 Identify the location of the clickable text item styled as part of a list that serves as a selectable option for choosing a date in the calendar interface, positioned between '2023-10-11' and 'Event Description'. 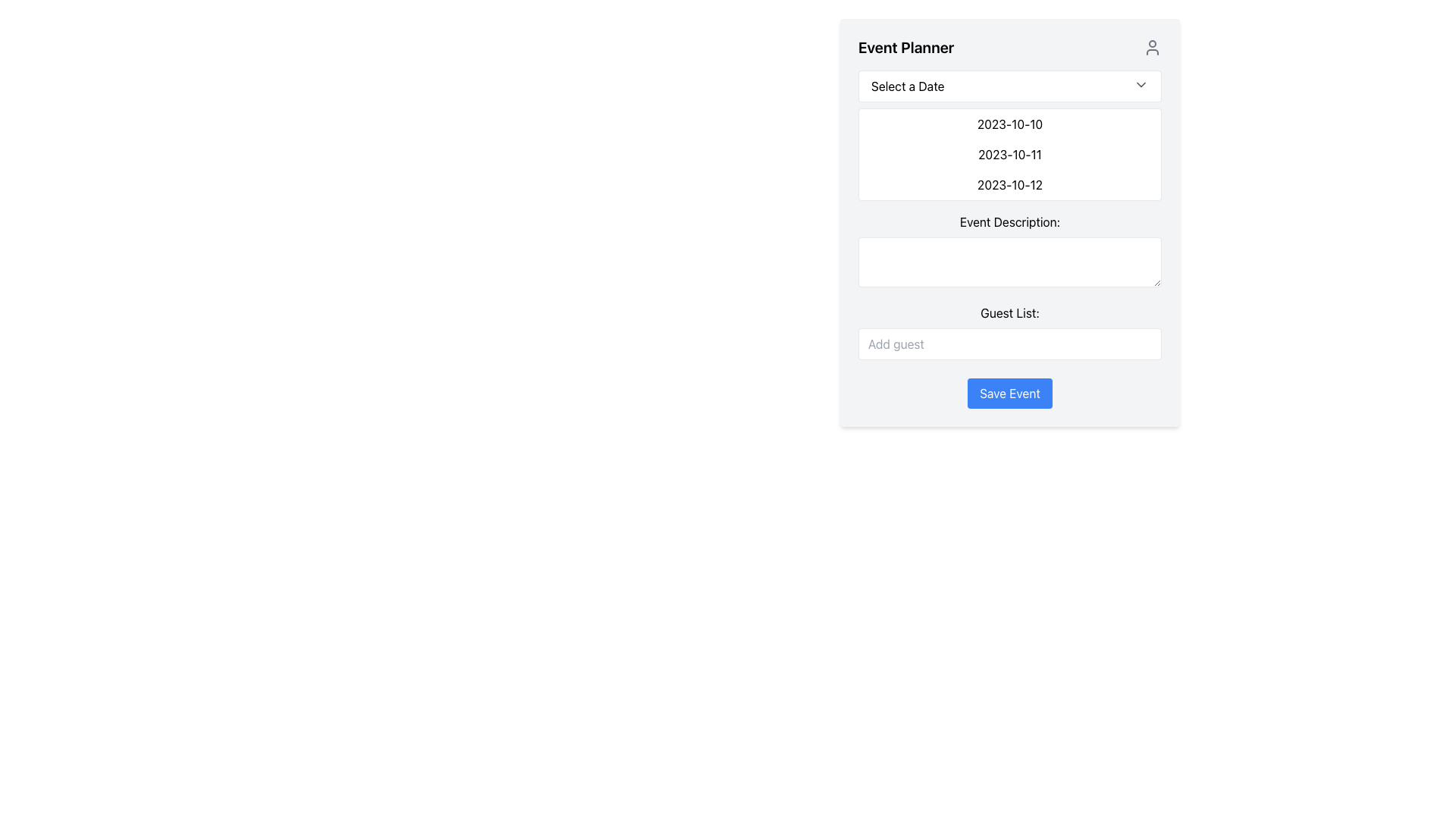
(1009, 184).